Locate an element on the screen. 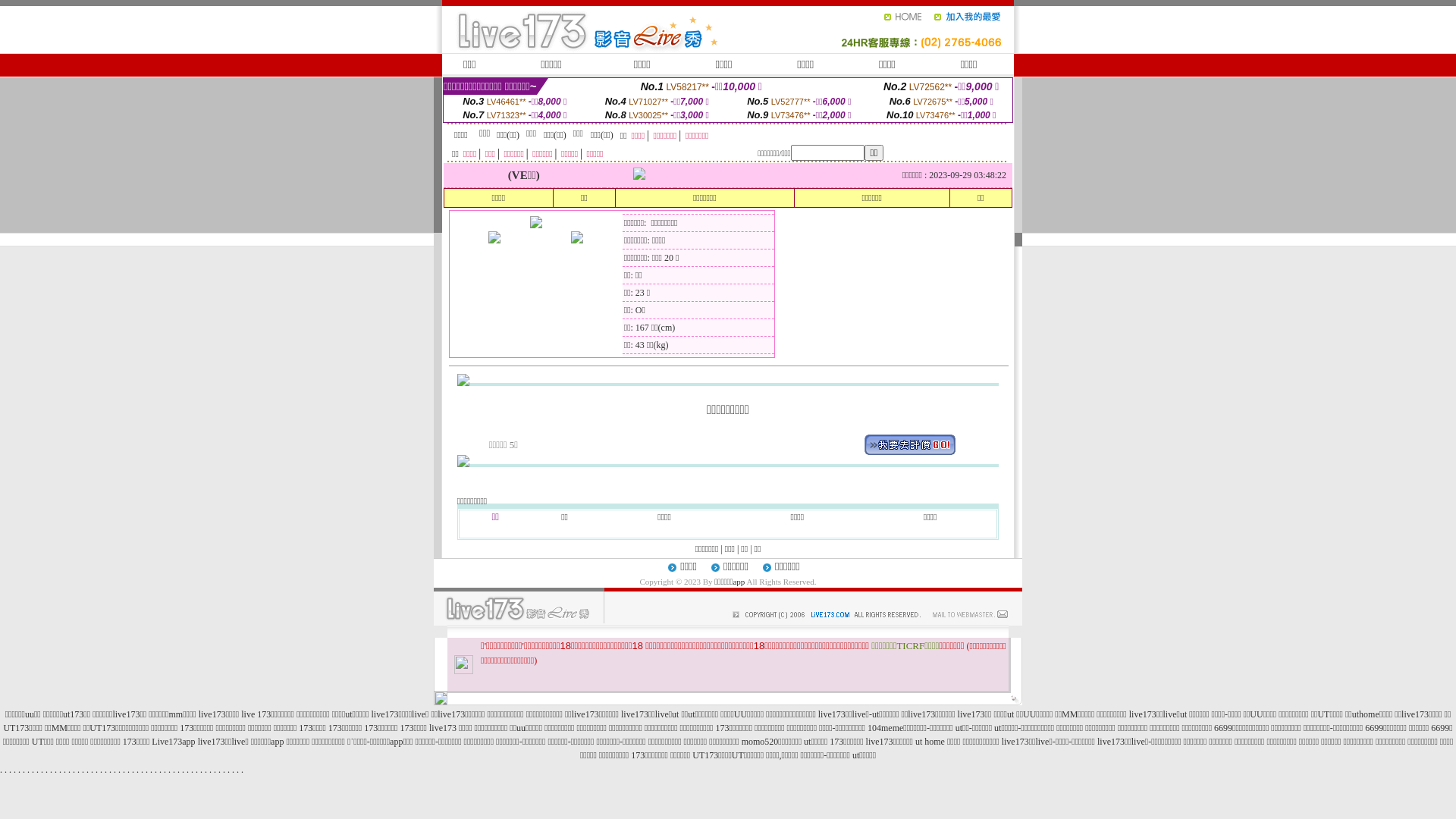 The width and height of the screenshot is (1456, 819). 'Live173app' is located at coordinates (173, 741).